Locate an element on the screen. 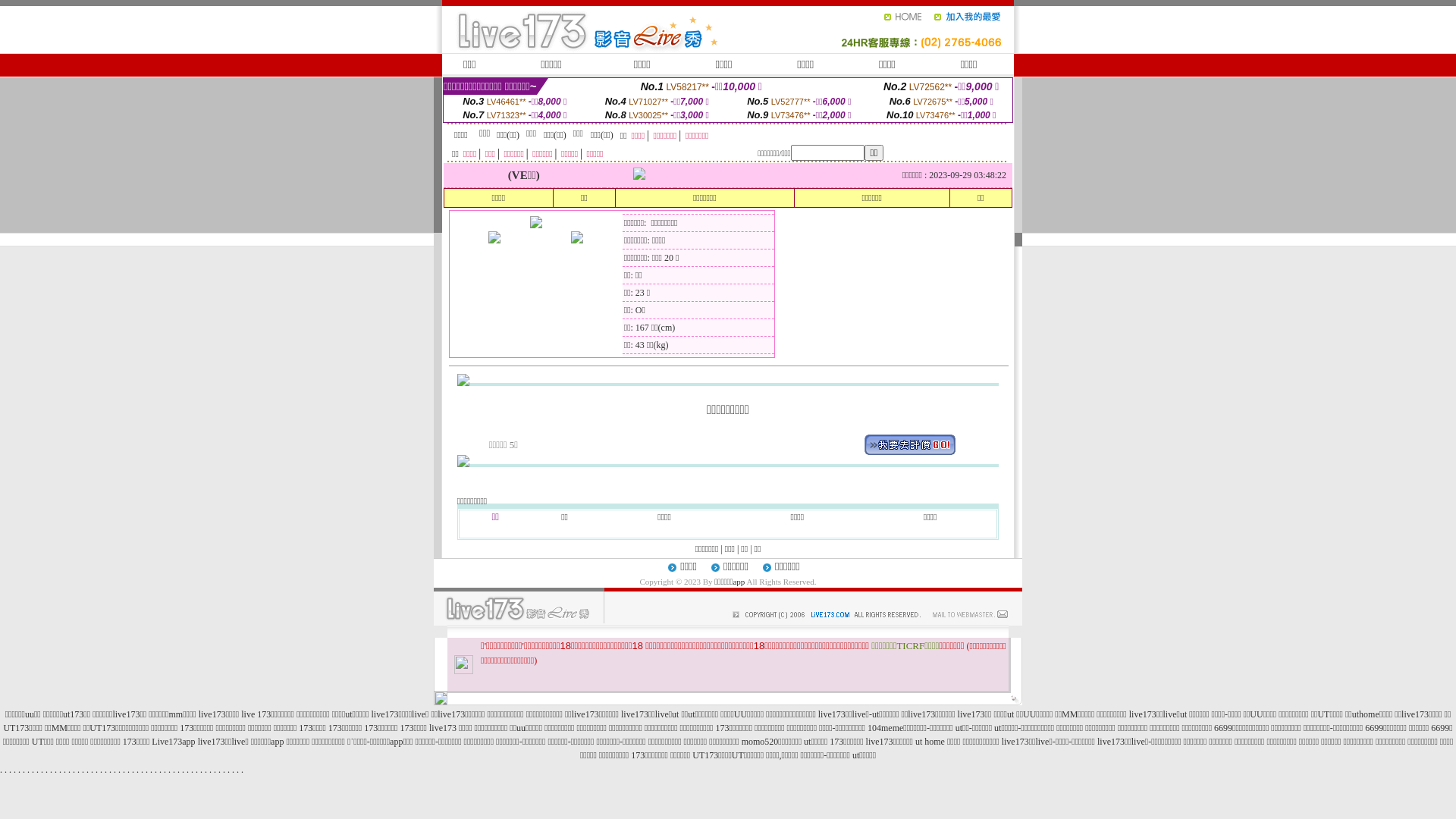 The width and height of the screenshot is (1456, 819). 'Live173app' is located at coordinates (173, 741).